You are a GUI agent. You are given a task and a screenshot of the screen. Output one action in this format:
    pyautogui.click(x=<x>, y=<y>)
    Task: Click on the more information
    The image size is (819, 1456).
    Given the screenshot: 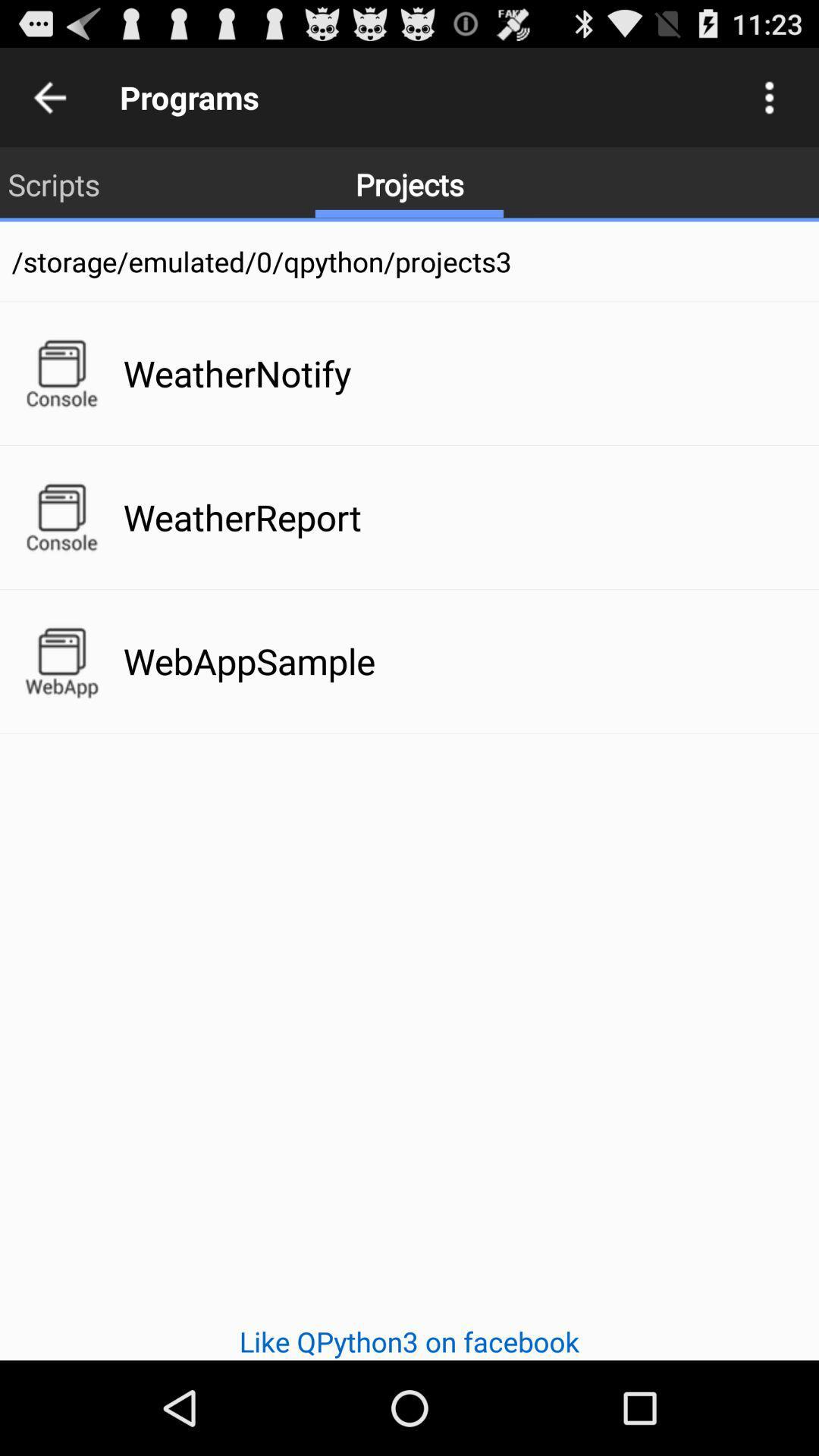 What is the action you would take?
    pyautogui.click(x=769, y=96)
    